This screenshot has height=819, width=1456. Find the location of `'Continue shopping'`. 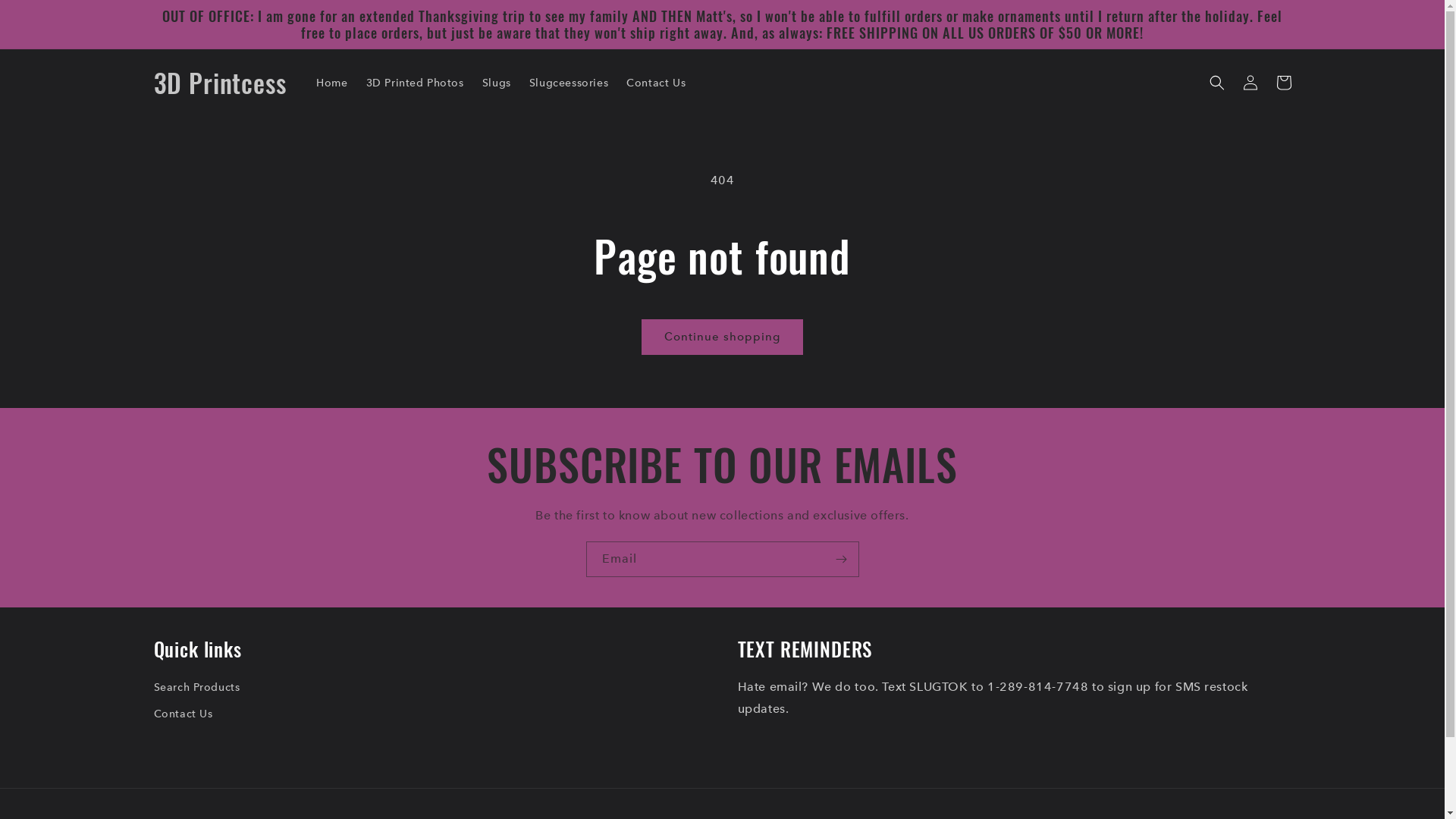

'Continue shopping' is located at coordinates (721, 336).